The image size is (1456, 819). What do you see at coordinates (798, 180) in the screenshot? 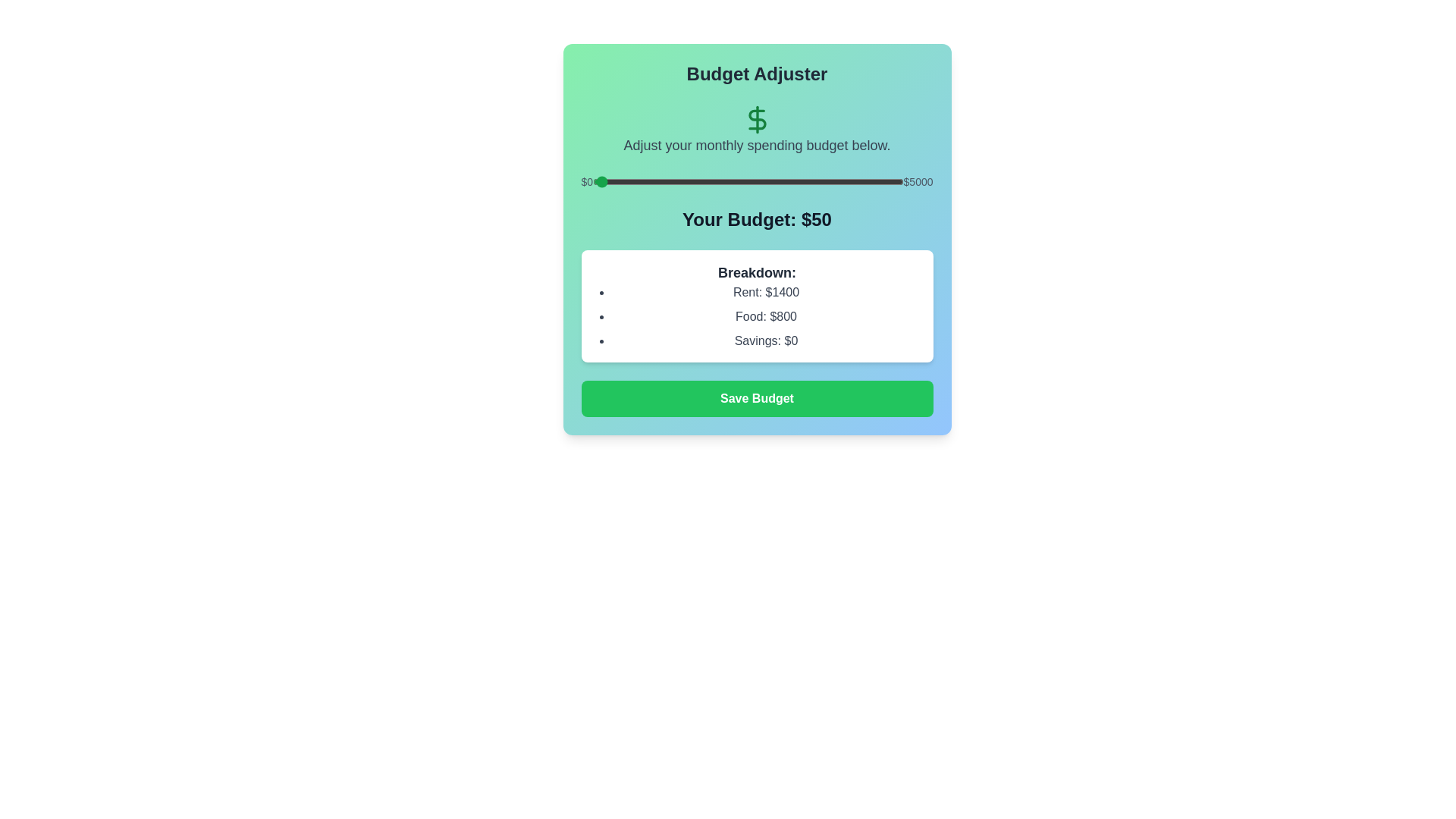
I see `the budget to 3315 dollars by adjusting the slider` at bounding box center [798, 180].